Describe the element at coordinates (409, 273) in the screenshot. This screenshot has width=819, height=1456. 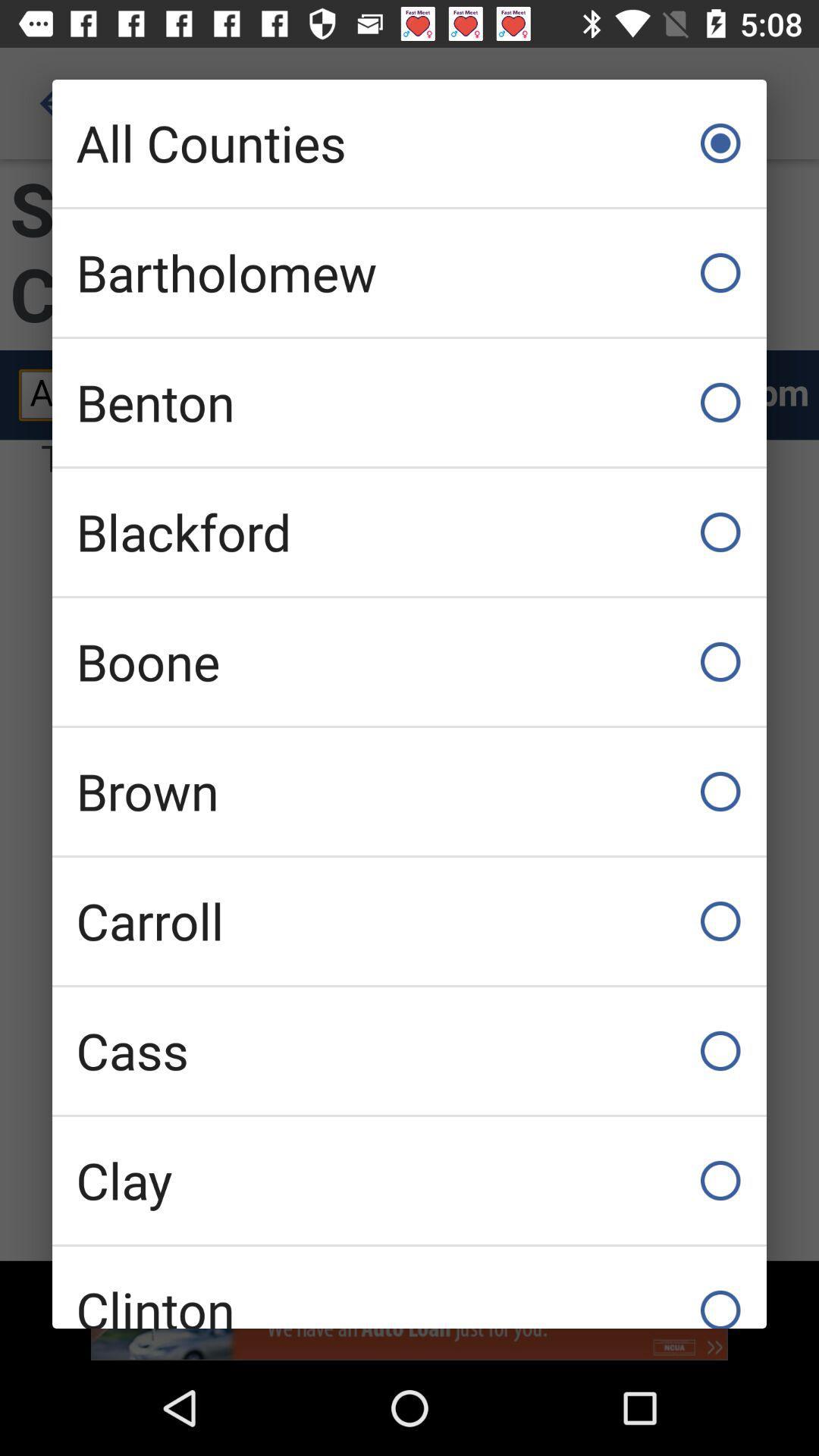
I see `the icon below all counties icon` at that location.